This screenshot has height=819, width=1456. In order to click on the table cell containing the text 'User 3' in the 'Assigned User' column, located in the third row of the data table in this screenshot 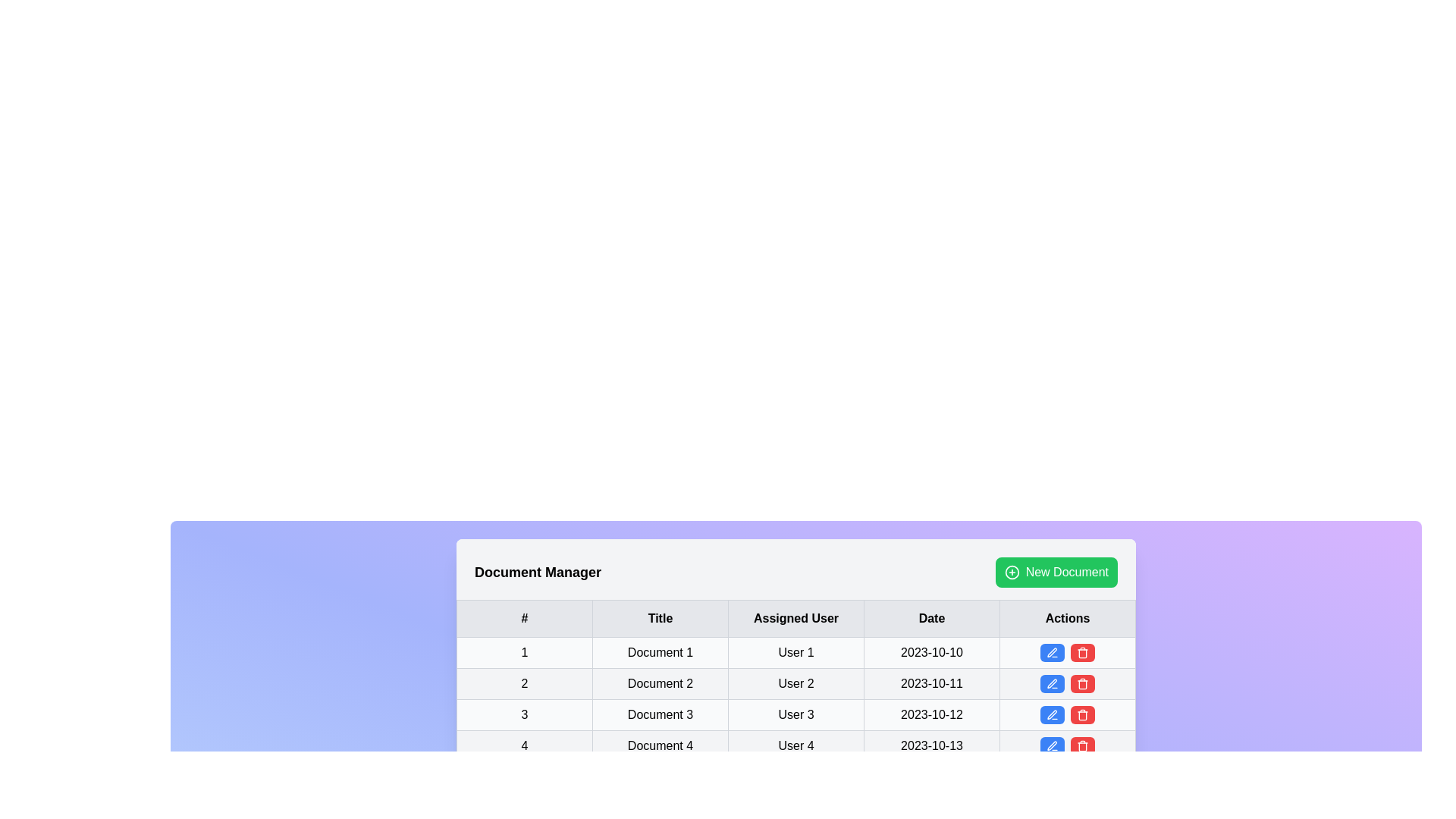, I will do `click(795, 714)`.